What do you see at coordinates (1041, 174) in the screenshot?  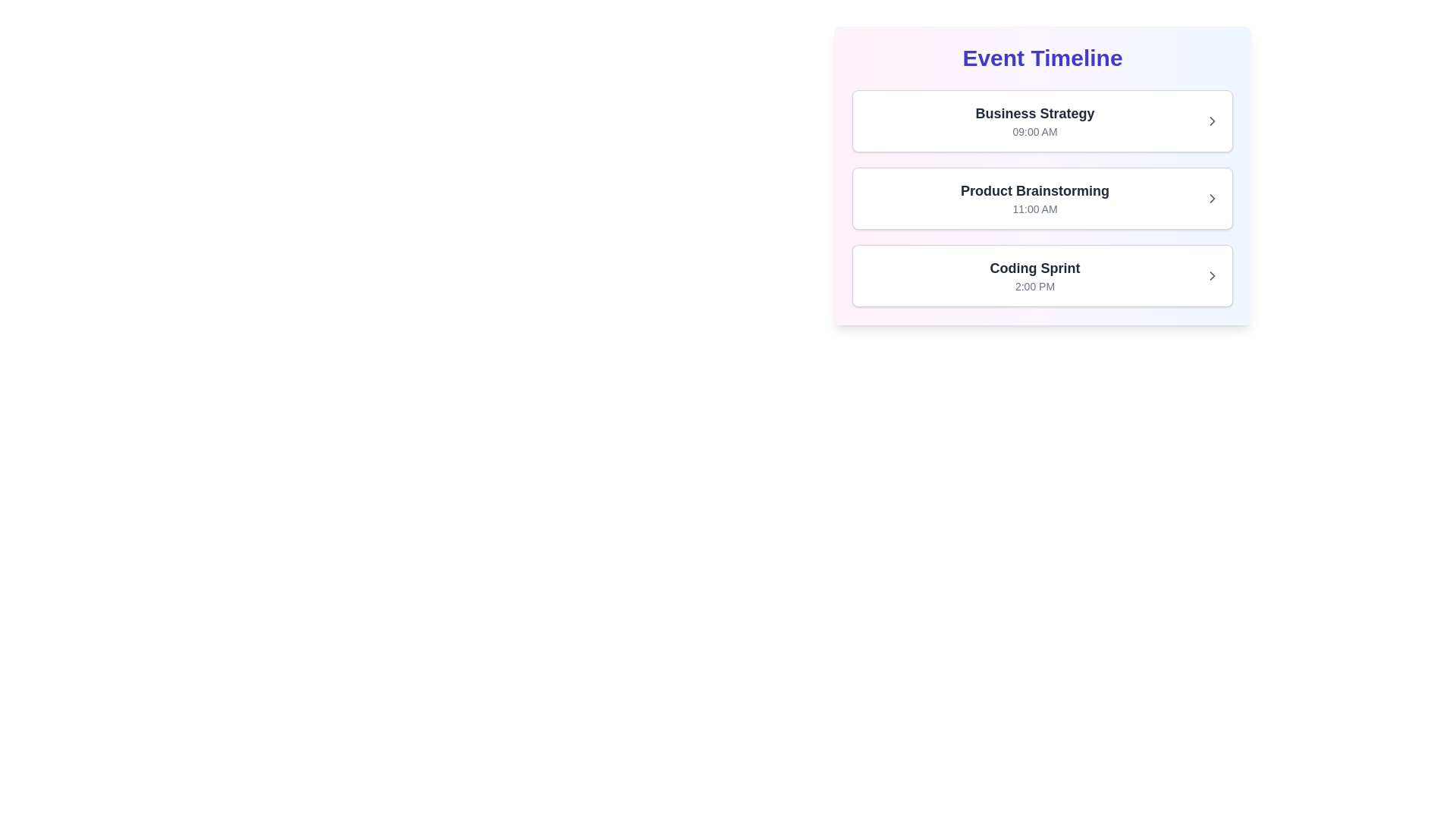 I see `the second timeline item in the schedule component titled 'Product Brainstorming'` at bounding box center [1041, 174].